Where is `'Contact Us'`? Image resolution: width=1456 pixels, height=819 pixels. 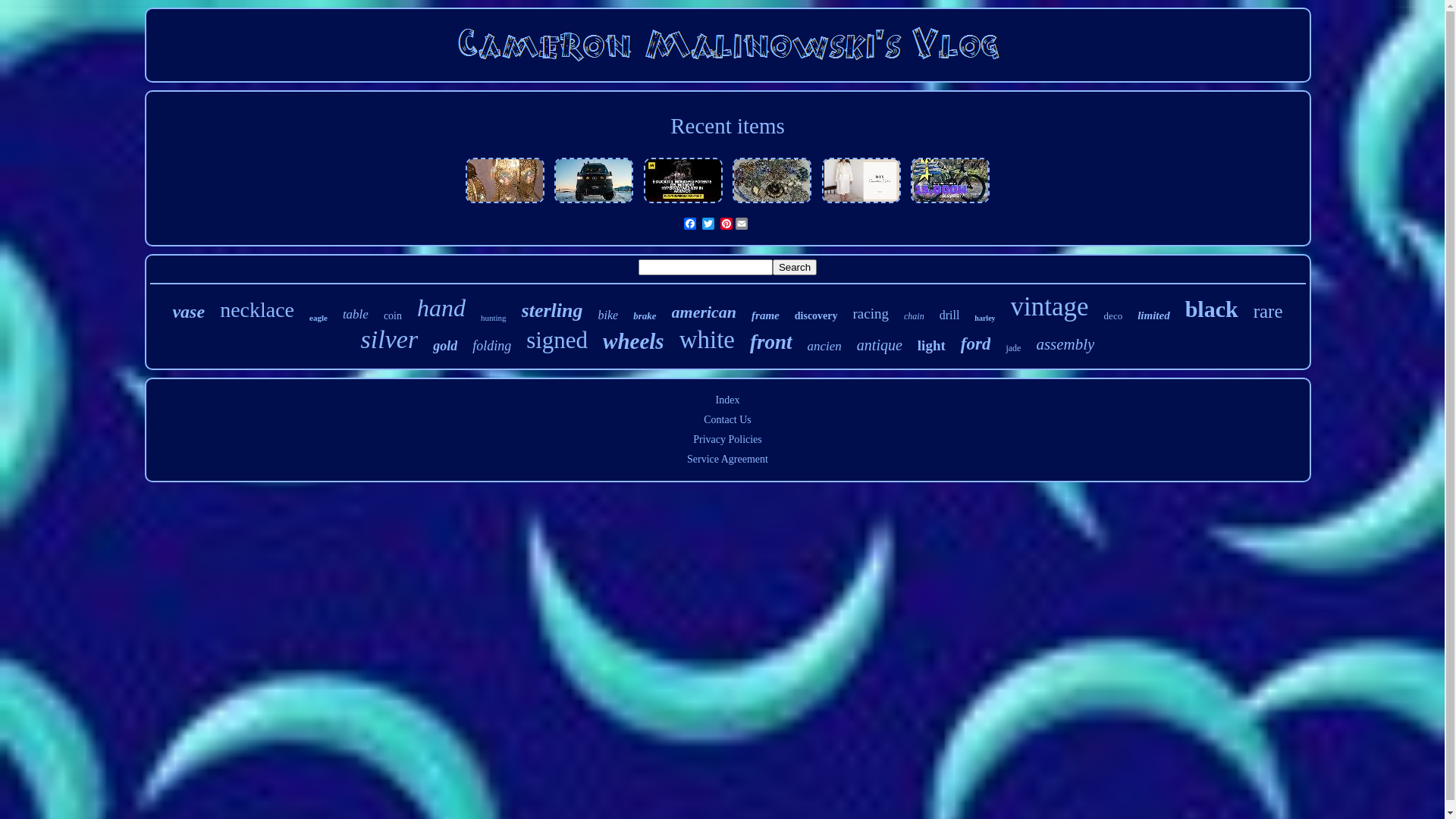
'Contact Us' is located at coordinates (726, 419).